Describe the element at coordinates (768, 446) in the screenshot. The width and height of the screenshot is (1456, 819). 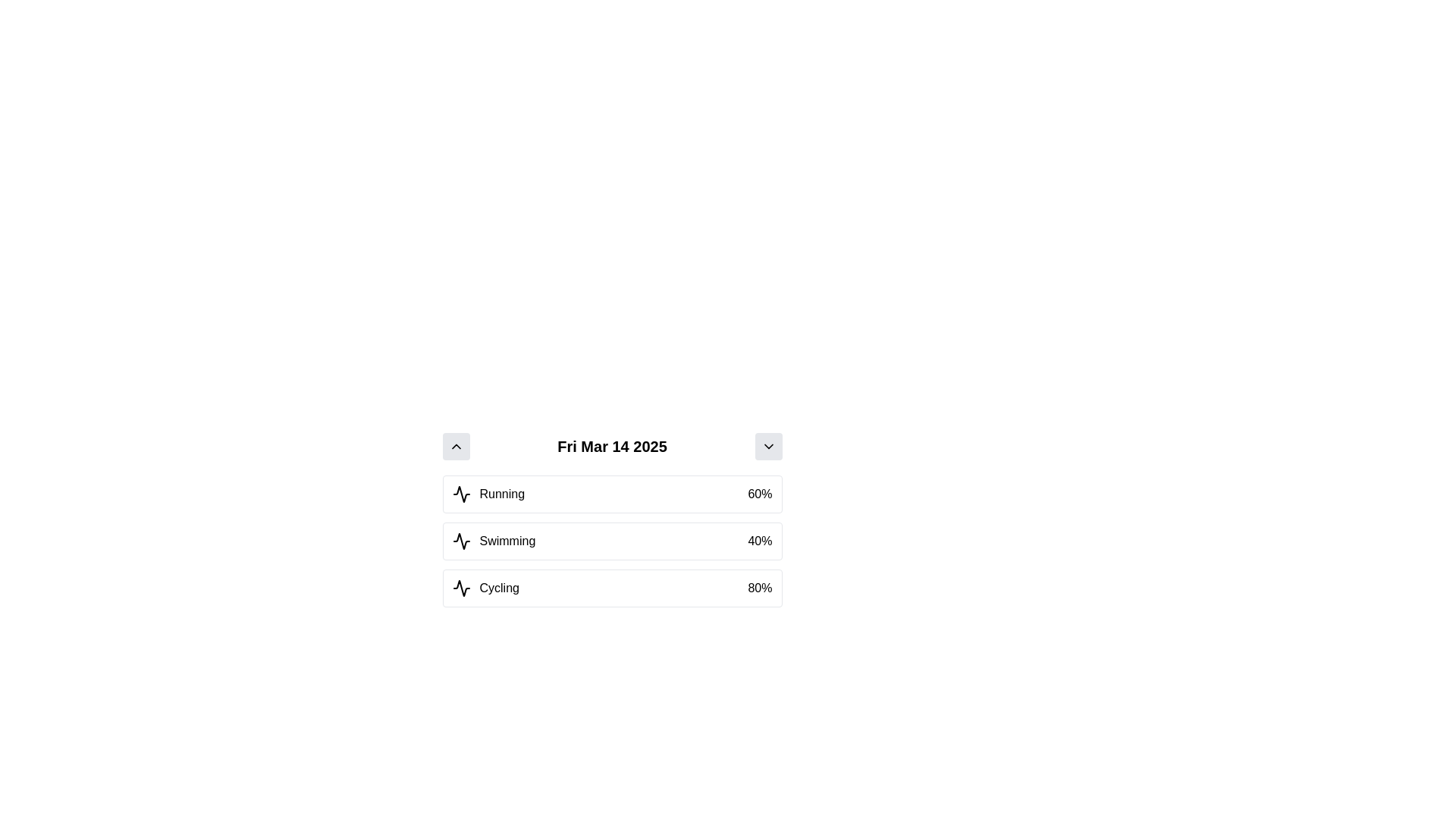
I see `the dropdown toggle button located in the header section, to the far right of the date label 'Fri Mar 14 2025'` at that location.